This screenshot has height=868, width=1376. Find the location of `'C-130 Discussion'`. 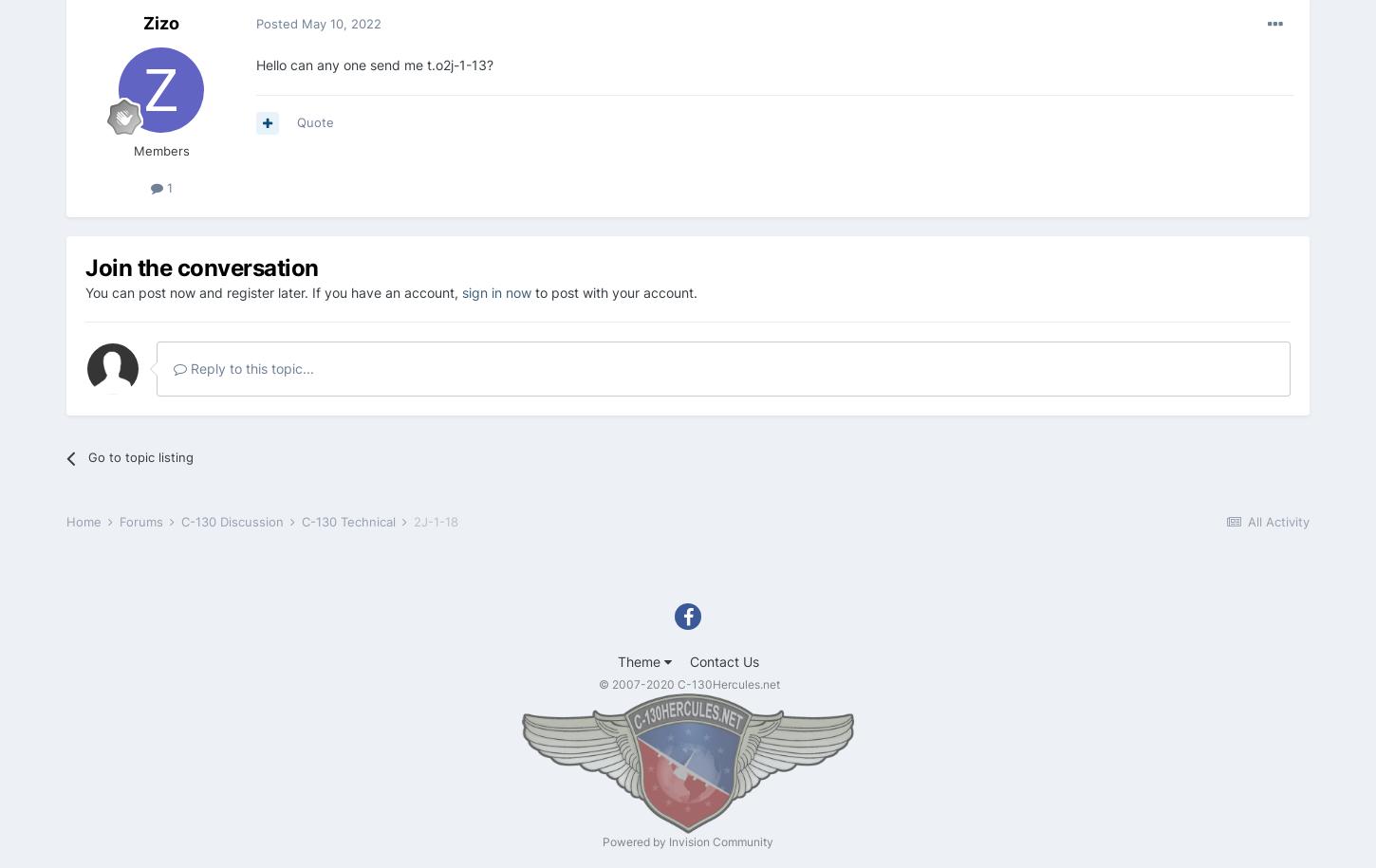

'C-130 Discussion' is located at coordinates (233, 522).